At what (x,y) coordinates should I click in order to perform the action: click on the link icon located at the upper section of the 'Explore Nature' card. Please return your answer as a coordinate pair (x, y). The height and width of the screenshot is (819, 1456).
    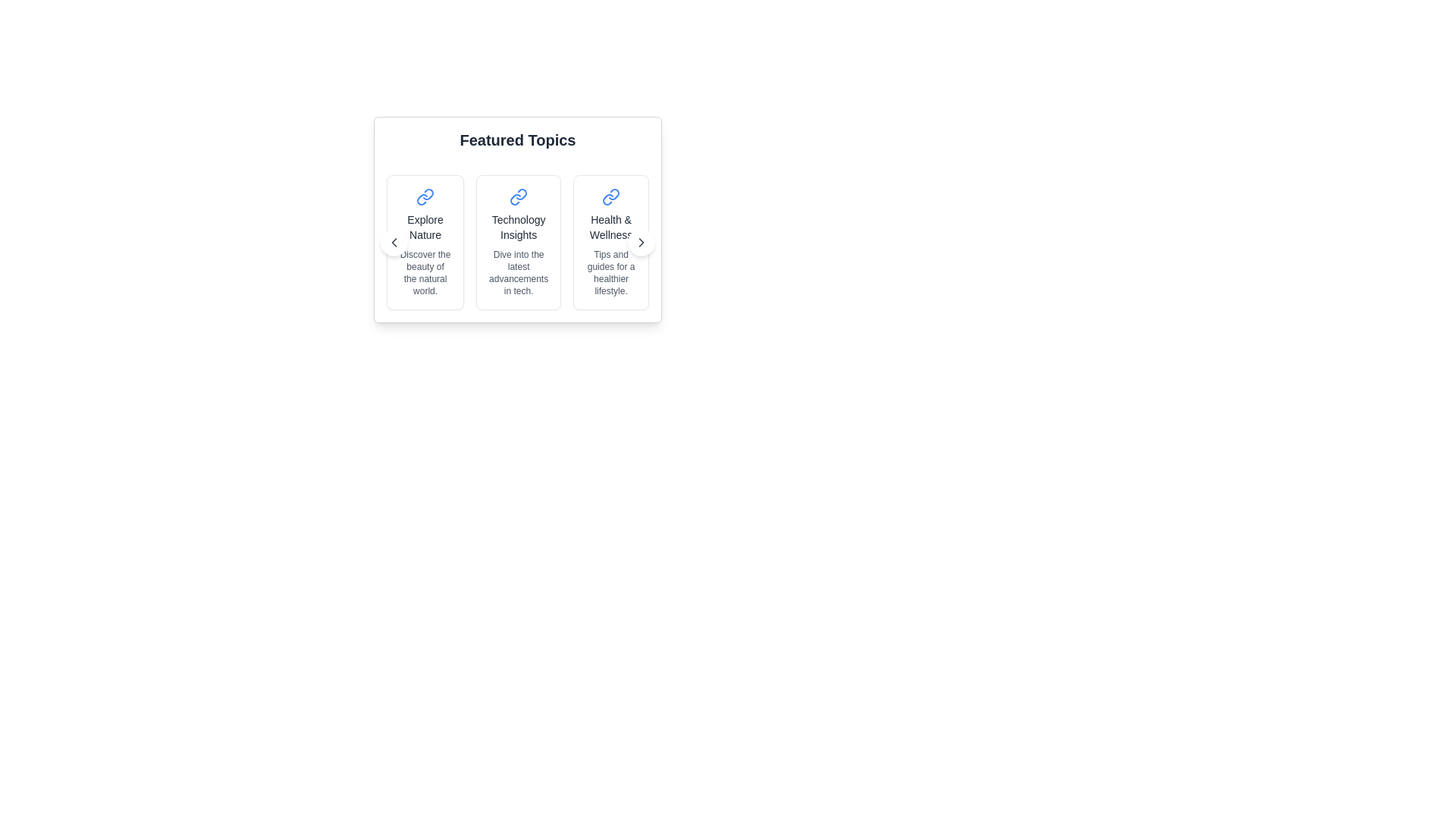
    Looking at the image, I should click on (425, 196).